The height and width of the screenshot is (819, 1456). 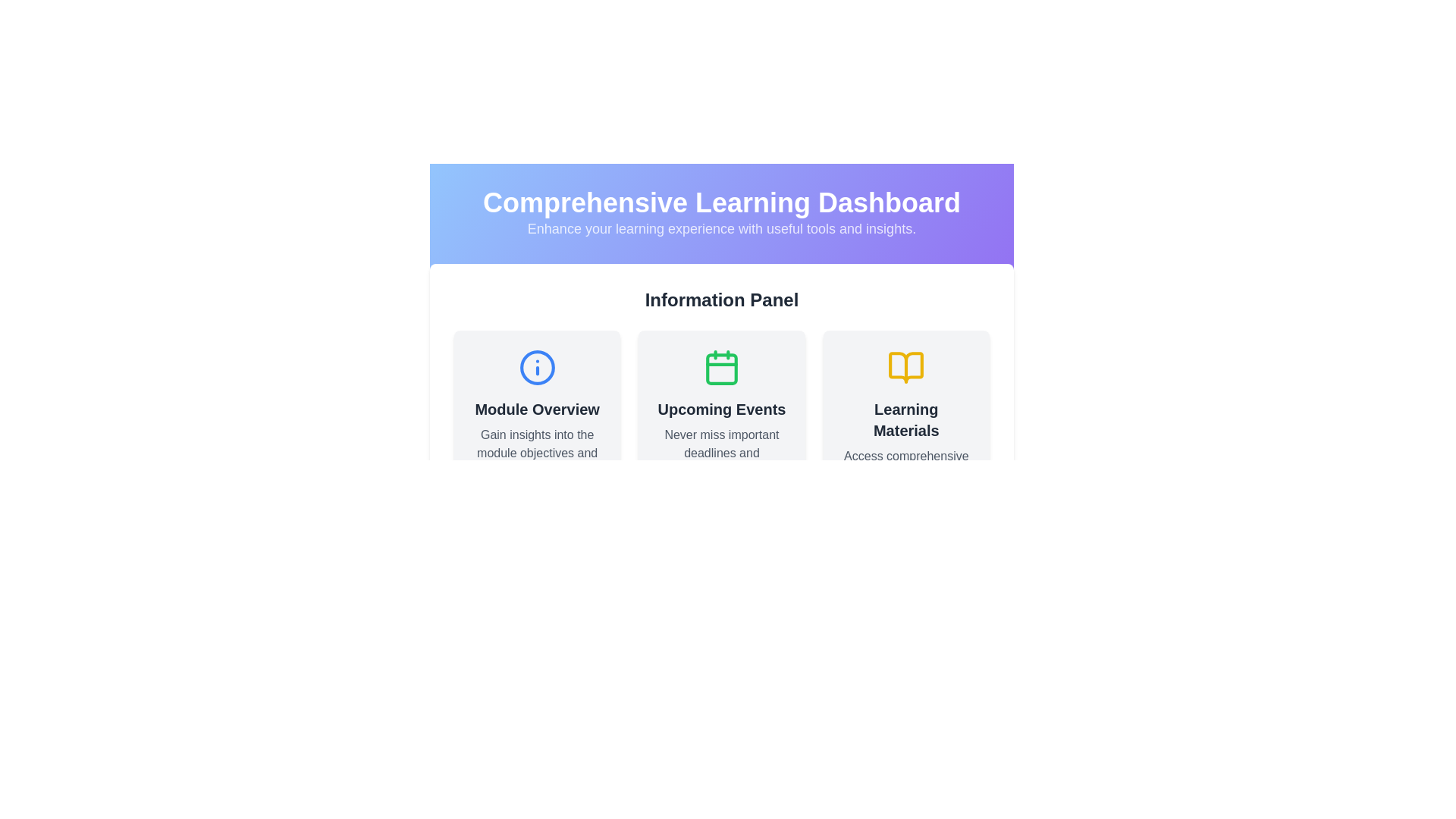 I want to click on the heading displaying 'Comprehensive Learning Dashboard', so click(x=720, y=202).